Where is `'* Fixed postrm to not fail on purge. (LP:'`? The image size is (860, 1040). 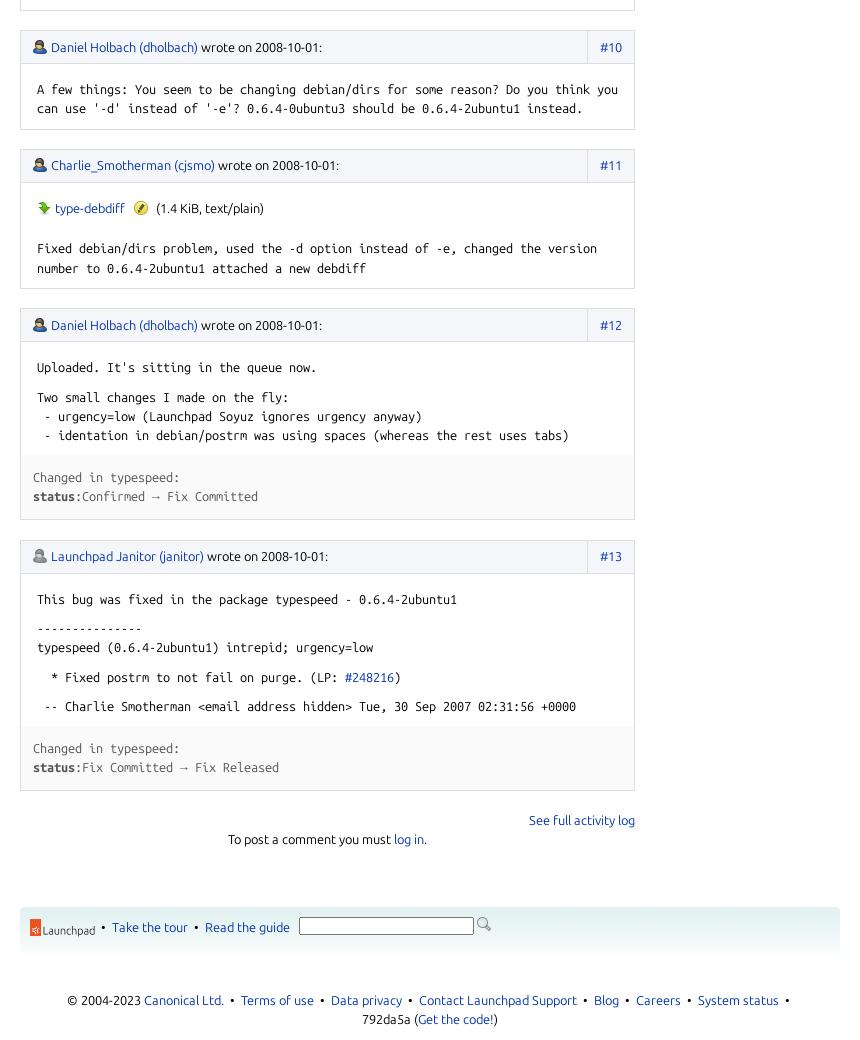 '* Fixed postrm to not fail on purge. (LP:' is located at coordinates (36, 676).